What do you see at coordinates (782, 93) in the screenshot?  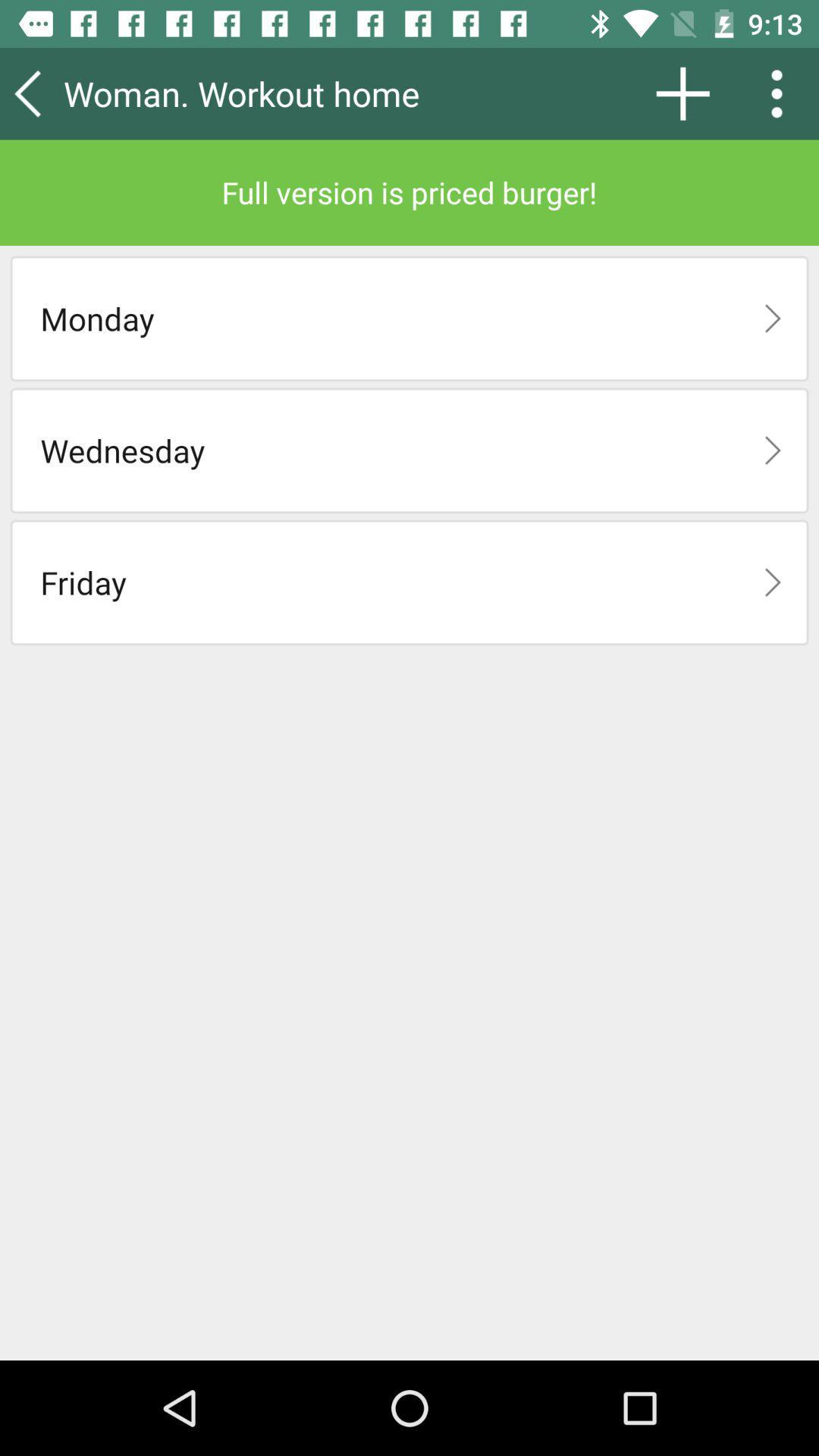 I see `the icon above the full version is` at bounding box center [782, 93].